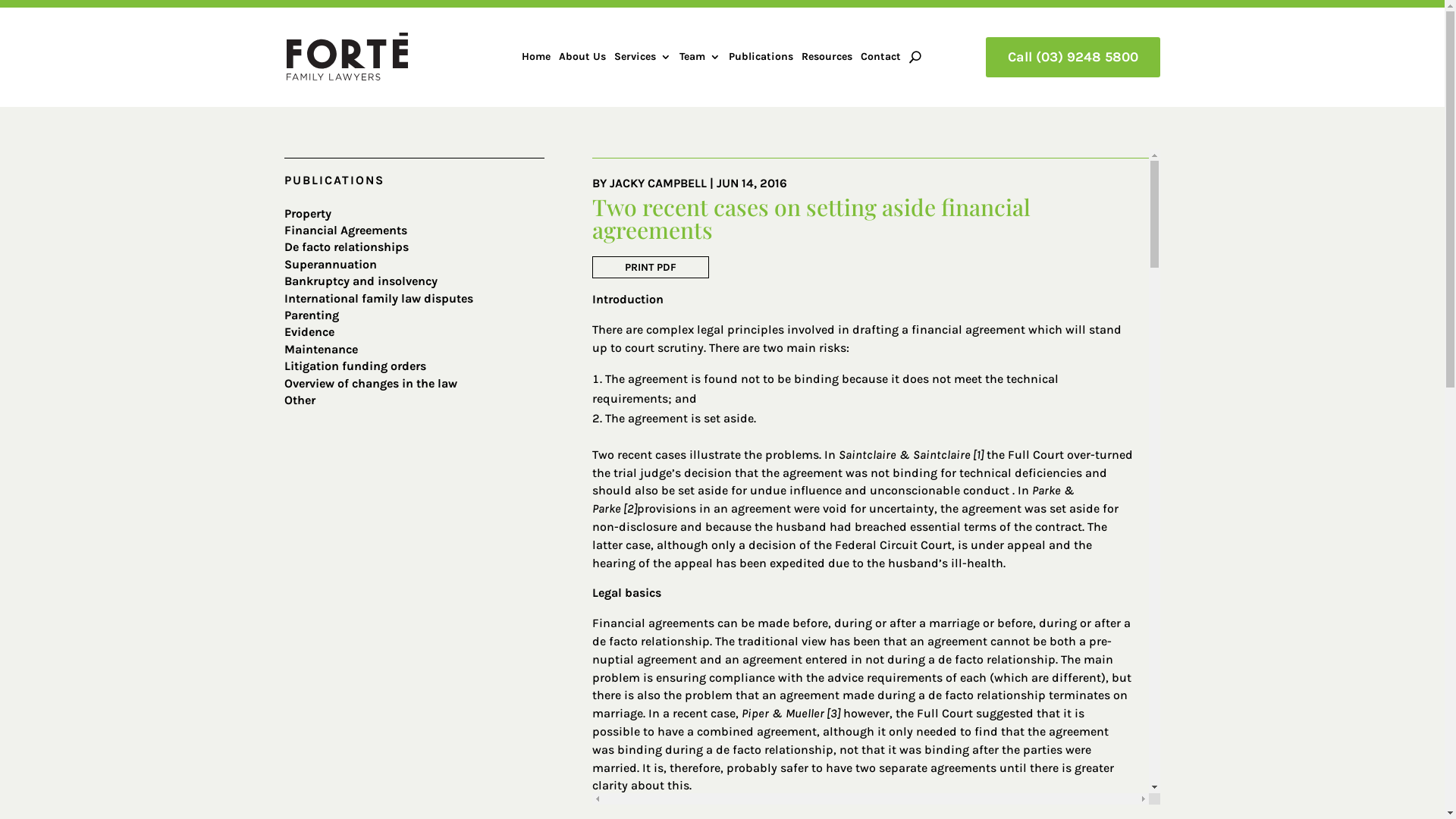 Image resolution: width=1456 pixels, height=819 pixels. What do you see at coordinates (320, 349) in the screenshot?
I see `'Maintenance'` at bounding box center [320, 349].